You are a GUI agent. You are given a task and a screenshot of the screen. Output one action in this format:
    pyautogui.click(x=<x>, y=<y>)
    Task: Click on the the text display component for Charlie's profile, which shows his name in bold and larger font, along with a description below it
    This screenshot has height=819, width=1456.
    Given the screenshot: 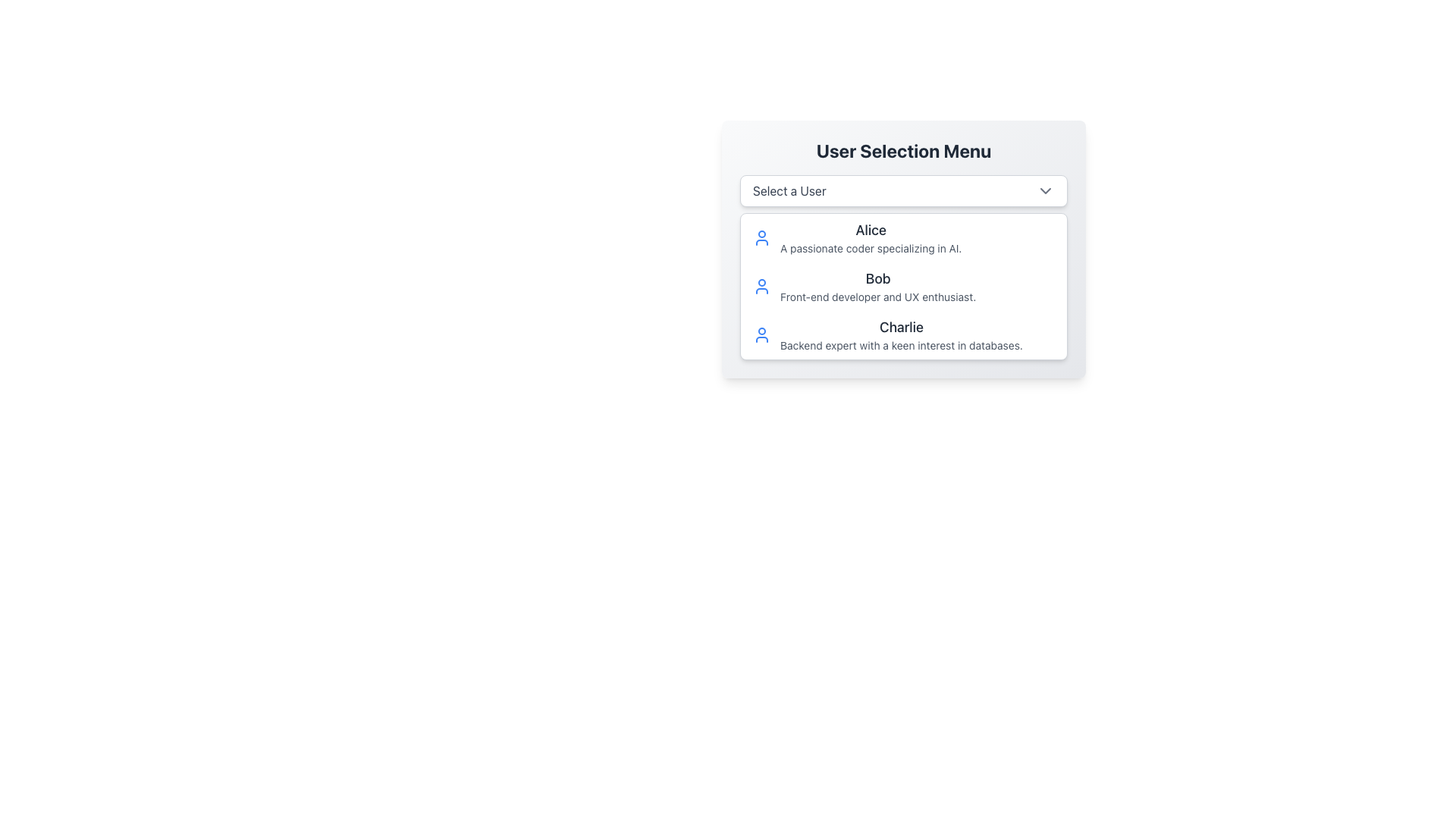 What is the action you would take?
    pyautogui.click(x=901, y=334)
    